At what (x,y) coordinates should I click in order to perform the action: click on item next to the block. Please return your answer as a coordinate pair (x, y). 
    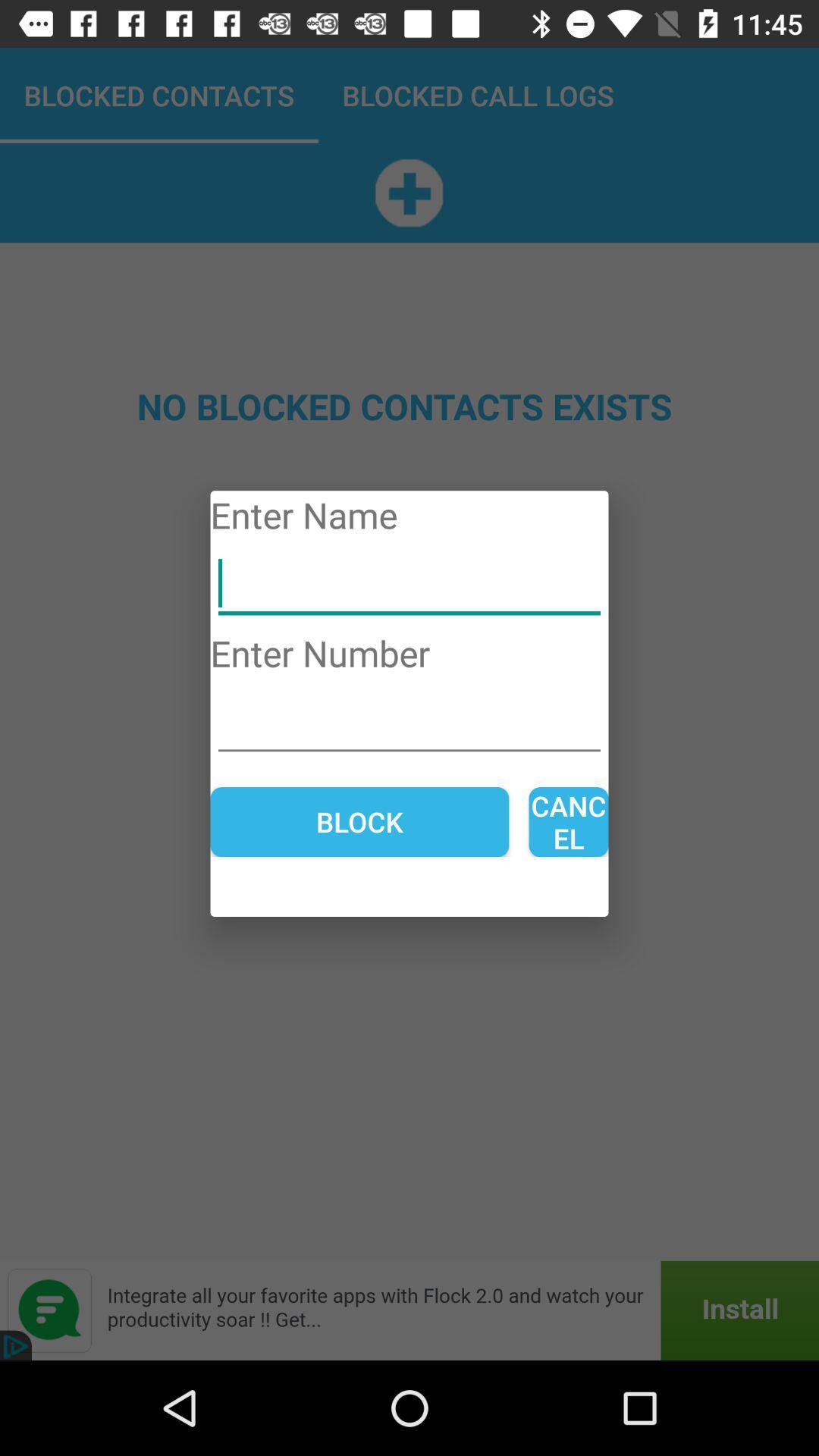
    Looking at the image, I should click on (568, 821).